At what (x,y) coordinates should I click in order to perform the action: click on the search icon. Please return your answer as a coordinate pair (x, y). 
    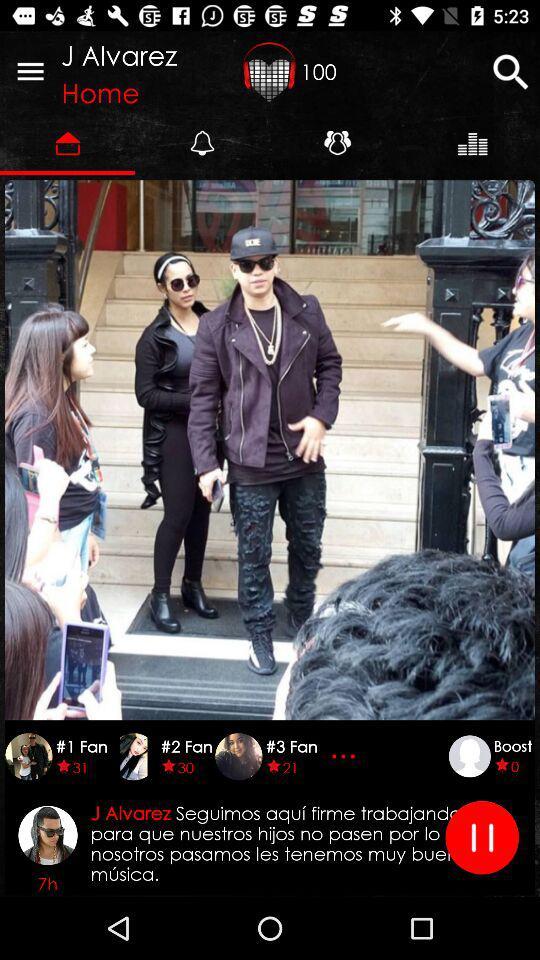
    Looking at the image, I should click on (510, 71).